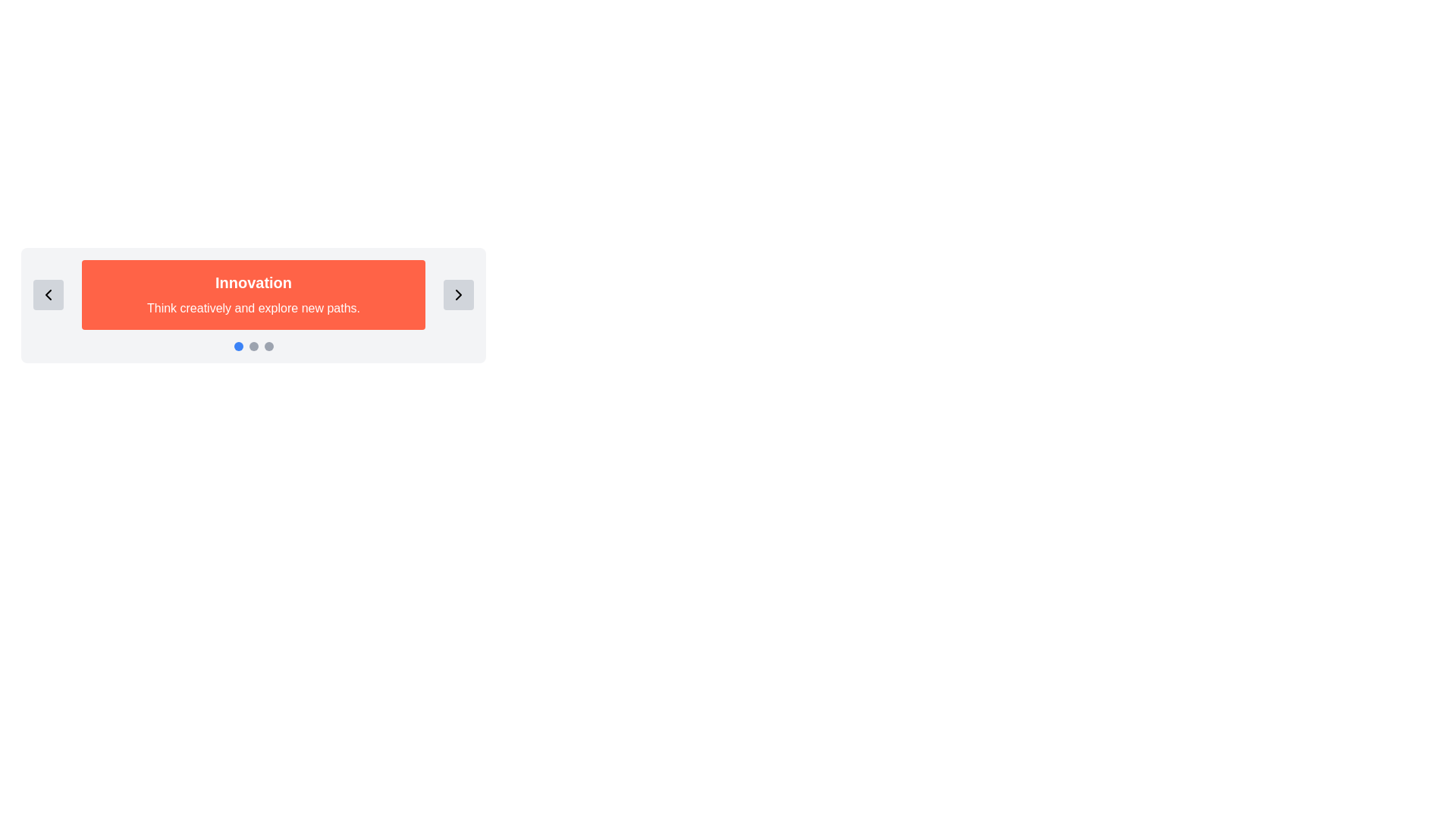 This screenshot has width=1456, height=819. Describe the element at coordinates (457, 295) in the screenshot. I see `the Chevron Arrow icon located on the far-right side of the carousel's right navigation button, which indicates the direction of navigation for the user` at that location.